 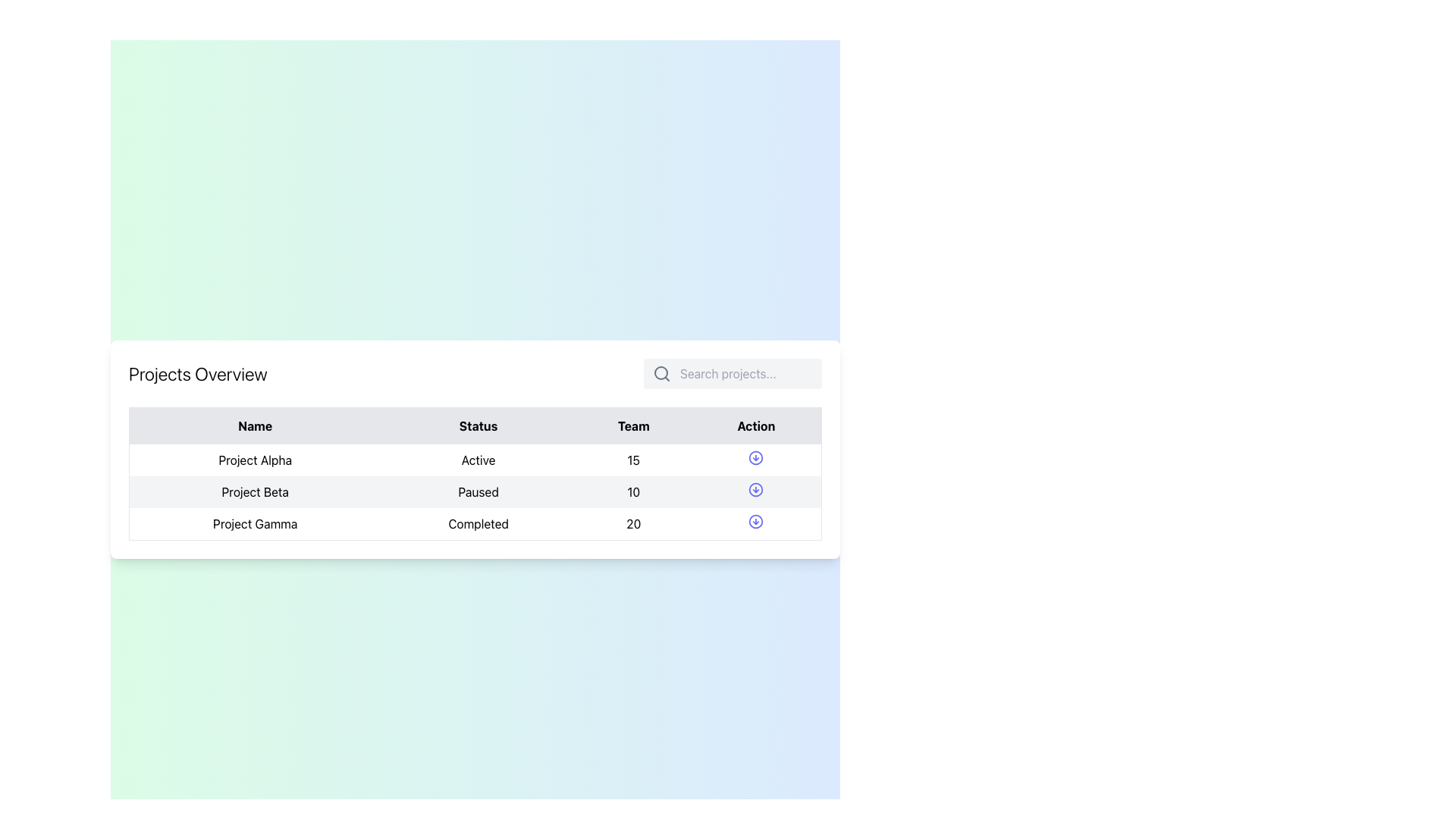 What do you see at coordinates (255, 459) in the screenshot?
I see `text from the 'Project Alpha' label in the first column of the table, which identifies the project name` at bounding box center [255, 459].